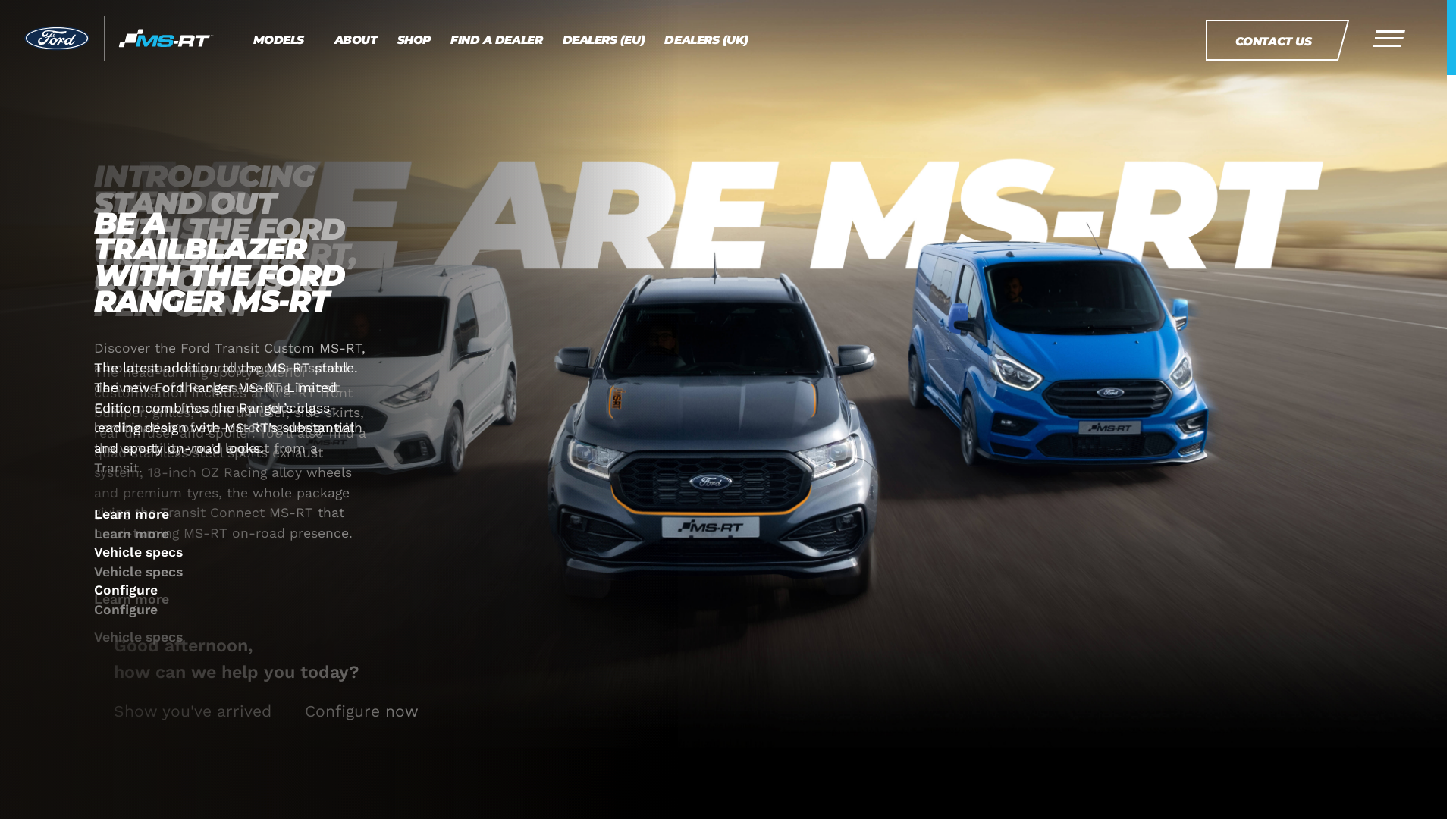 The width and height of the screenshot is (1456, 819). What do you see at coordinates (126, 588) in the screenshot?
I see `'Configure'` at bounding box center [126, 588].